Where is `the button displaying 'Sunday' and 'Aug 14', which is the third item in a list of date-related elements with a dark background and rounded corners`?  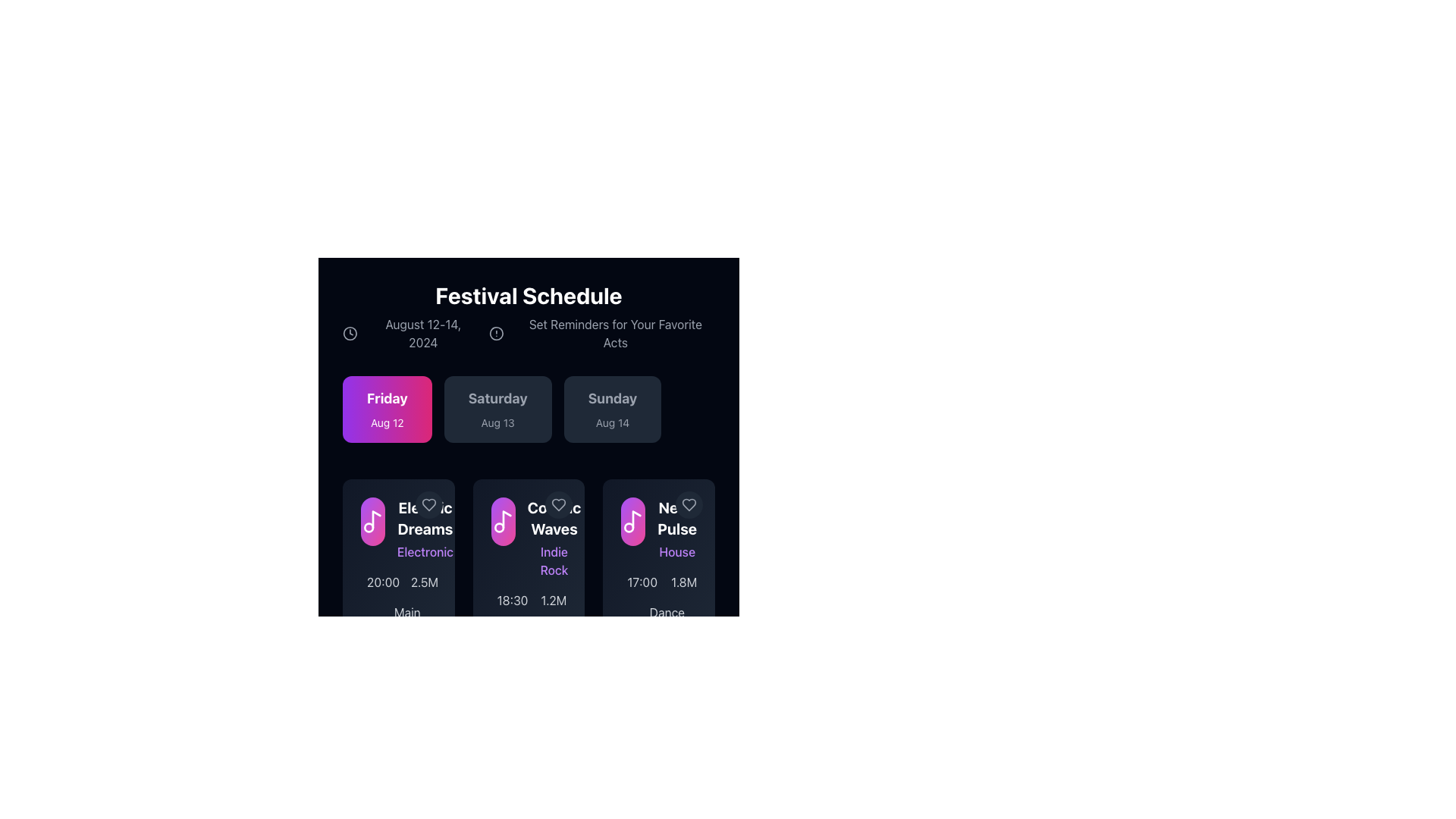
the button displaying 'Sunday' and 'Aug 14', which is the third item in a list of date-related elements with a dark background and rounded corners is located at coordinates (612, 409).